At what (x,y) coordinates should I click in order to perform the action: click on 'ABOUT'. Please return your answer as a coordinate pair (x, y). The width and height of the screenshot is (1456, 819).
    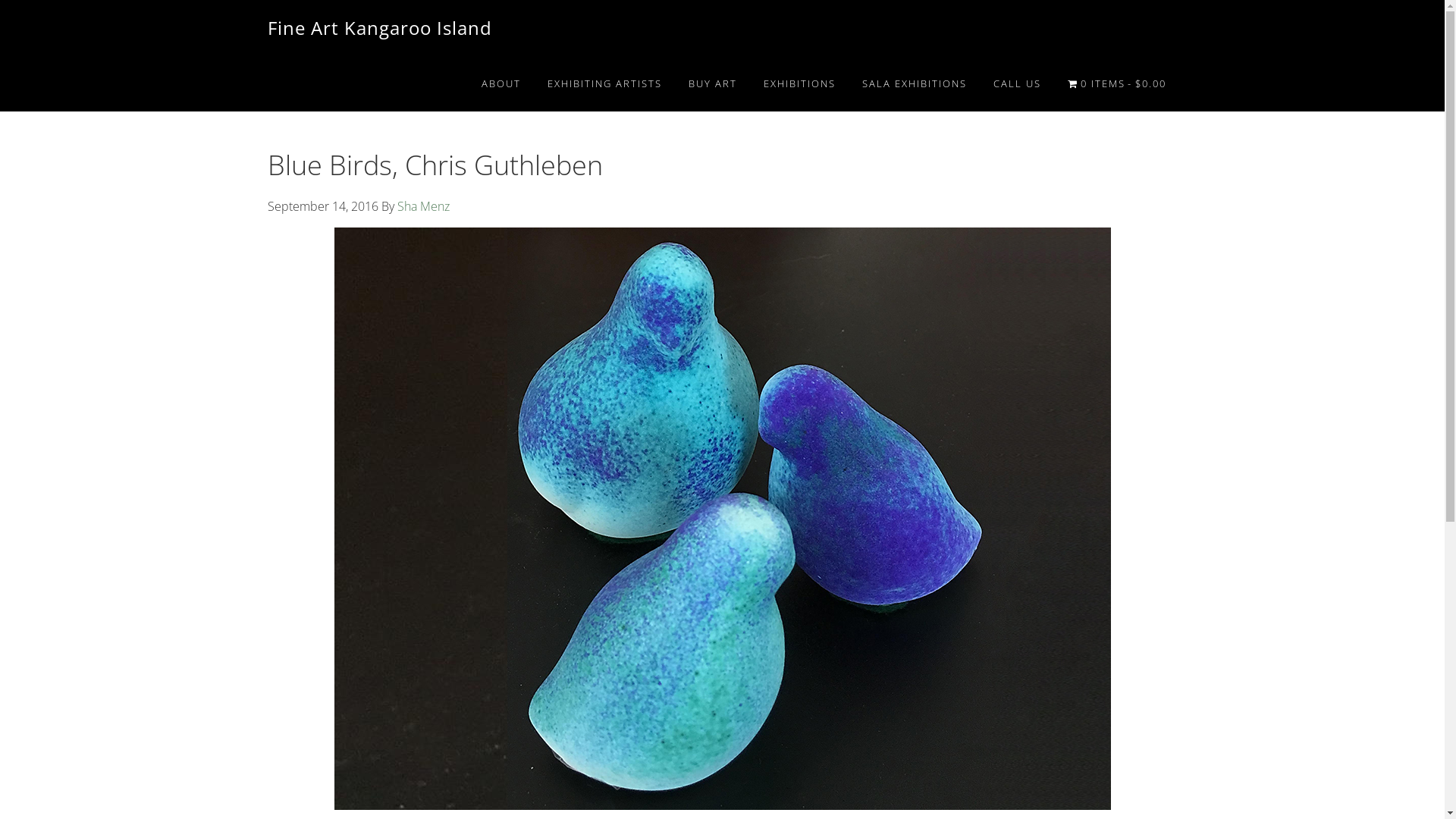
    Looking at the image, I should click on (501, 83).